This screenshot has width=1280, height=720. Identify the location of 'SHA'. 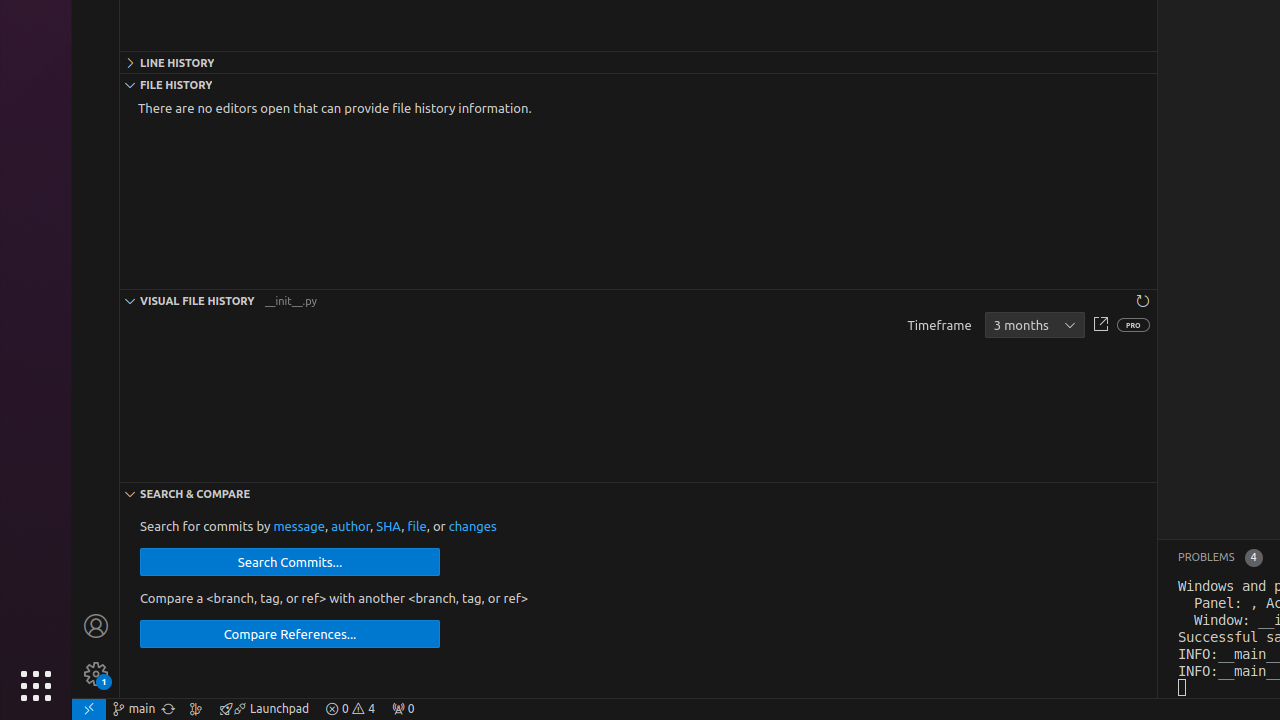
(388, 525).